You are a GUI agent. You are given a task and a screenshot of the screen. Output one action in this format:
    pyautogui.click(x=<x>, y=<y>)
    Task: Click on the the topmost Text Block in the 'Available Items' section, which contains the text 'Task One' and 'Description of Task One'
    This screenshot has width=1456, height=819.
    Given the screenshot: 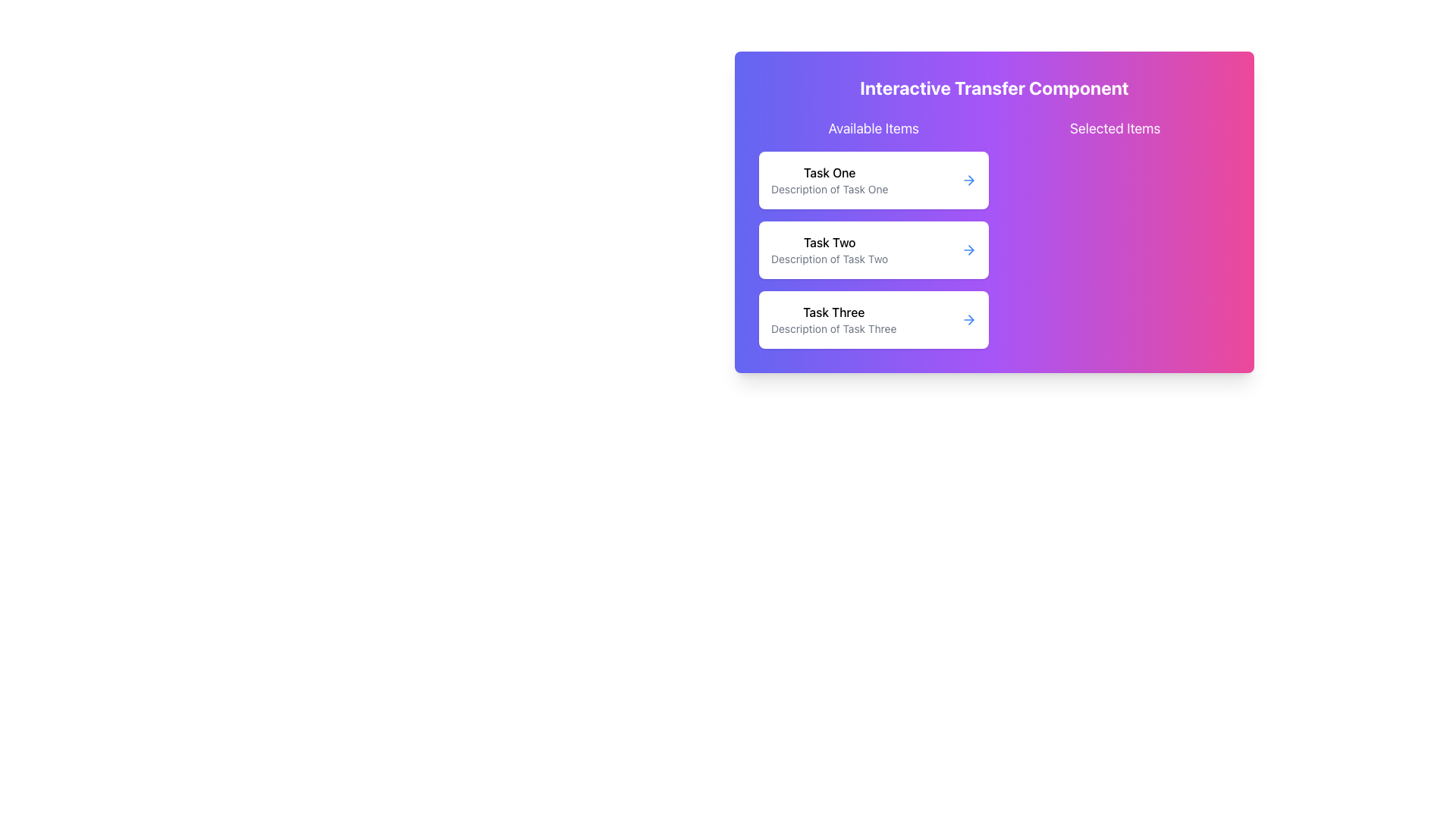 What is the action you would take?
    pyautogui.click(x=829, y=180)
    